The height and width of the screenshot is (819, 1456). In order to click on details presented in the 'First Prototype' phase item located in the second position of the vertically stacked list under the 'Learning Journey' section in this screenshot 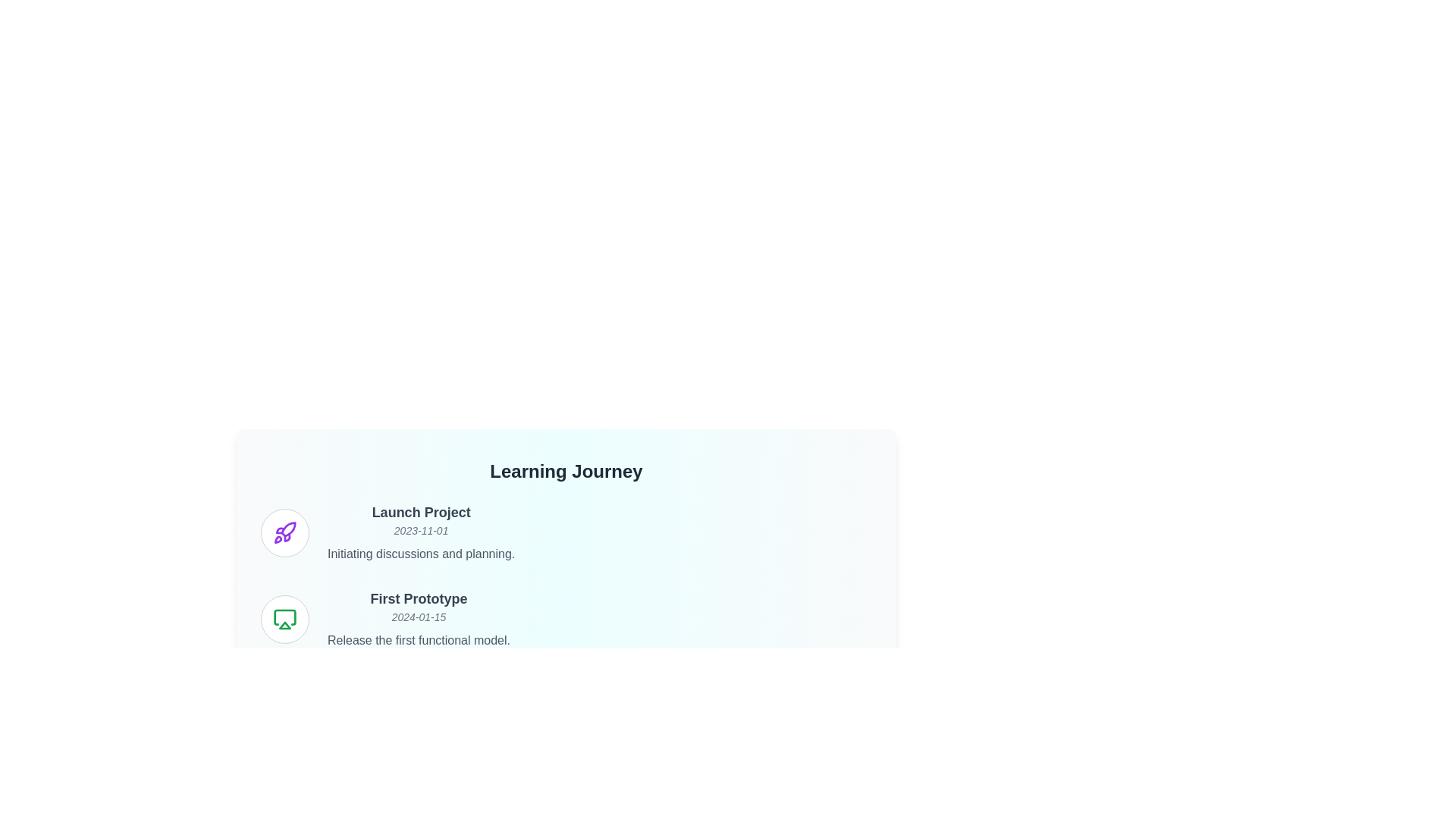, I will do `click(566, 620)`.